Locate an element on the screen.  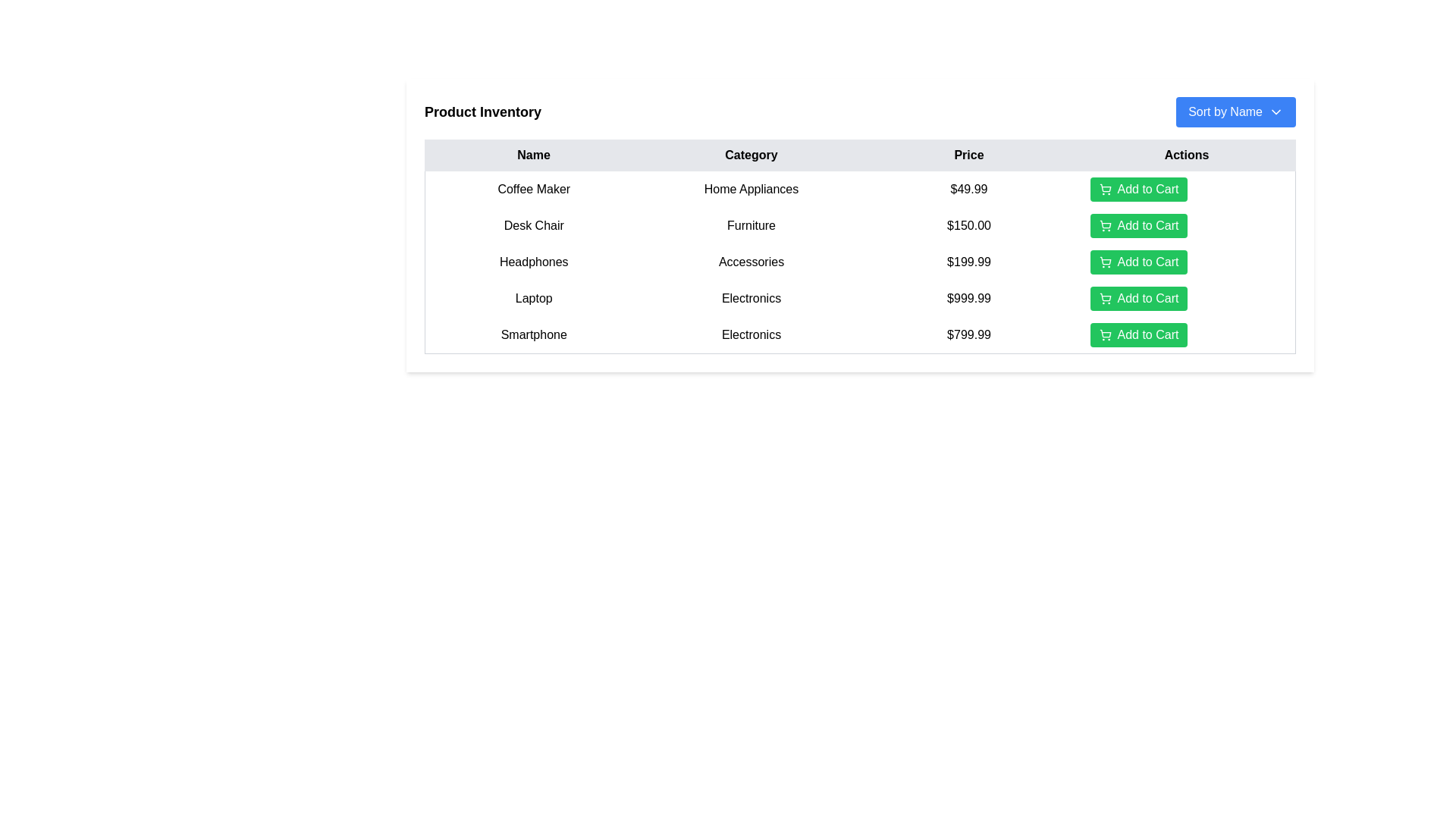
the green 'Add to Cart' button positioned in the rightmost column of the table under the 'Actions' header, aligned with the 'Smartphone' row is located at coordinates (1185, 334).